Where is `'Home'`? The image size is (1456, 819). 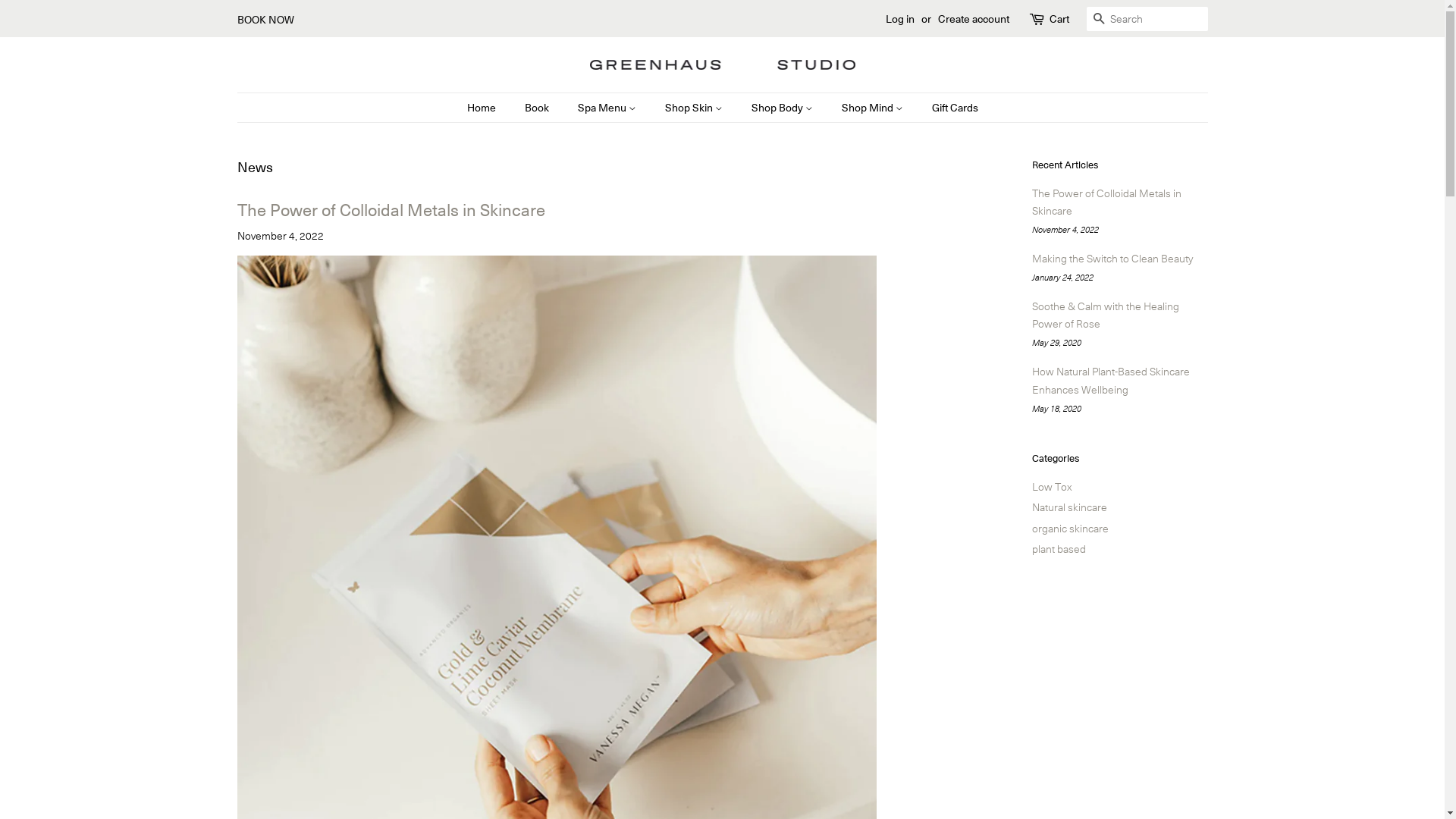 'Home' is located at coordinates (466, 107).